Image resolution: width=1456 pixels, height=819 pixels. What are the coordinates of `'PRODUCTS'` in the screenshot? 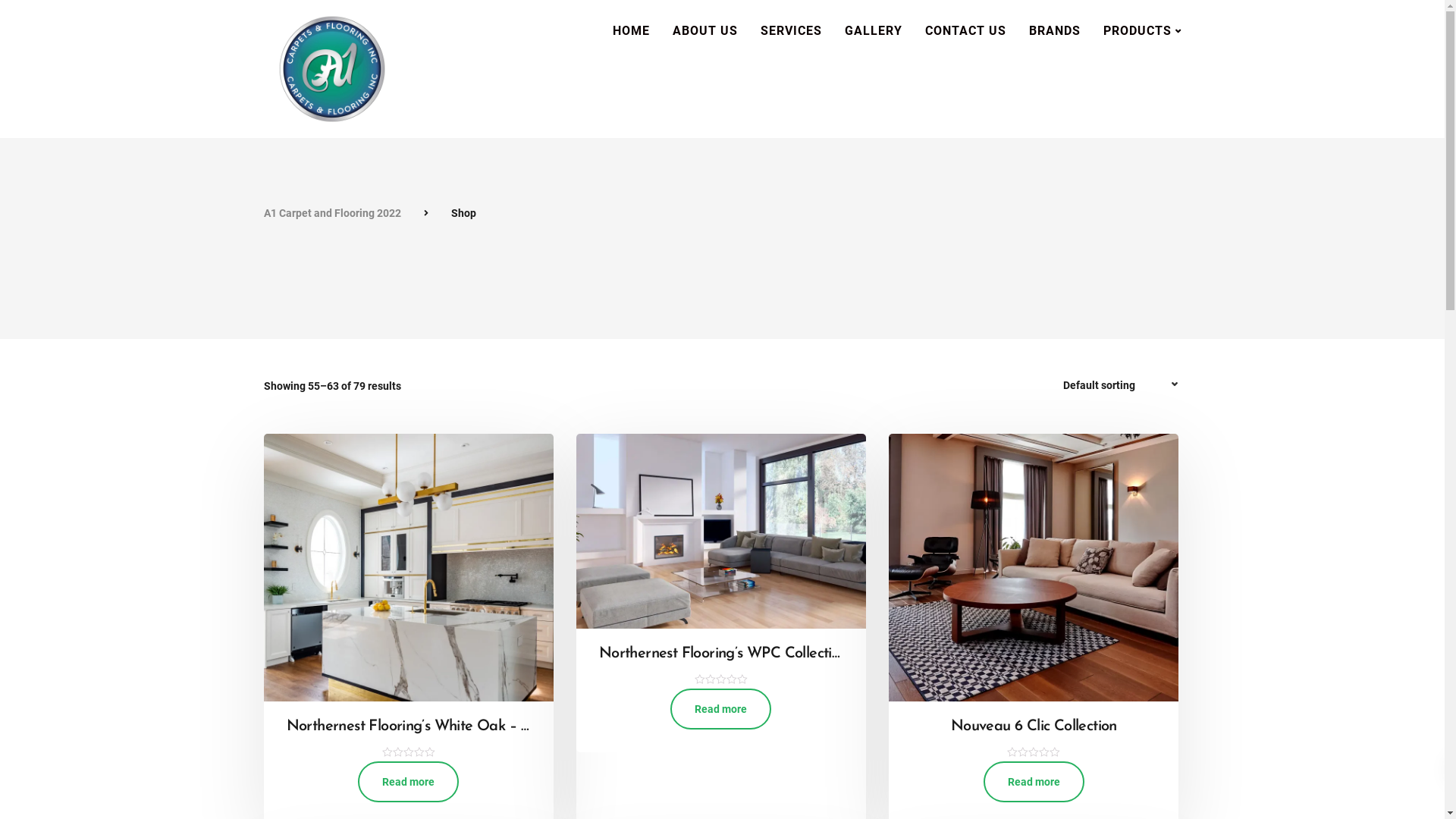 It's located at (1142, 31).